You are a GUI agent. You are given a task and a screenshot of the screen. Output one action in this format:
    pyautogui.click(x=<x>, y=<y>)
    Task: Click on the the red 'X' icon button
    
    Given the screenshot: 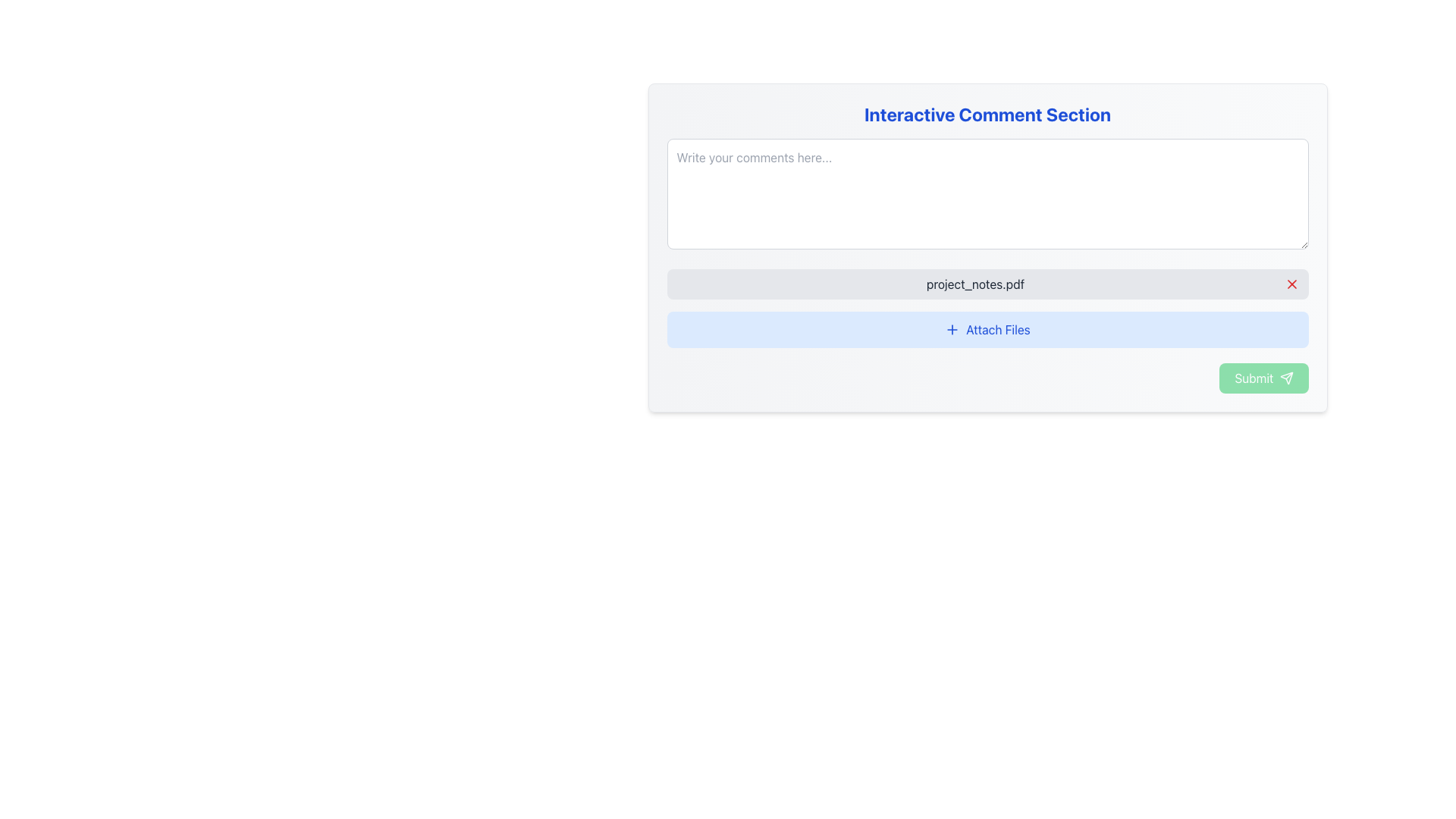 What is the action you would take?
    pyautogui.click(x=1291, y=284)
    